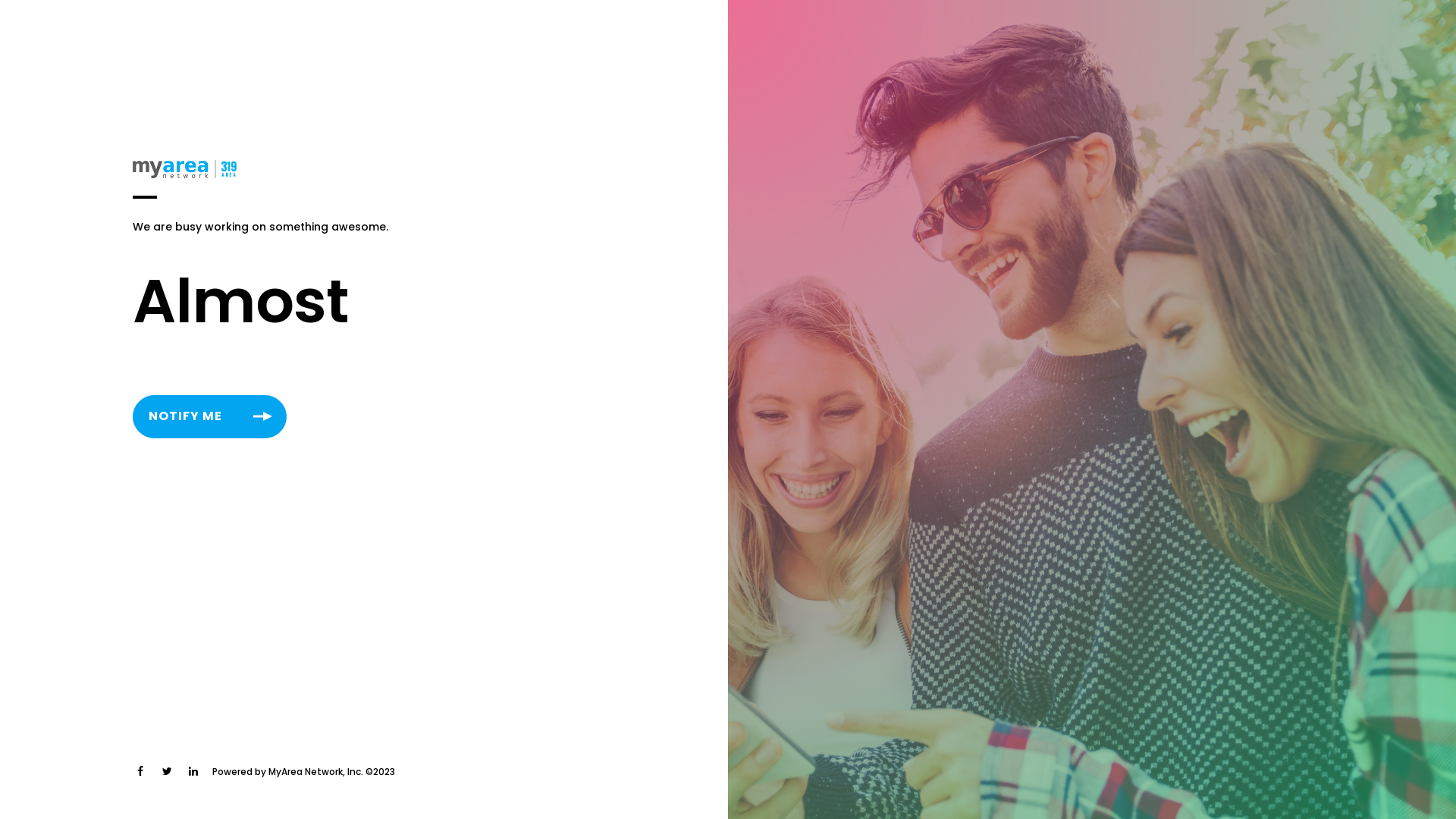 This screenshot has width=1456, height=819. Describe the element at coordinates (132, 416) in the screenshot. I see `'NOTIFY ME'` at that location.